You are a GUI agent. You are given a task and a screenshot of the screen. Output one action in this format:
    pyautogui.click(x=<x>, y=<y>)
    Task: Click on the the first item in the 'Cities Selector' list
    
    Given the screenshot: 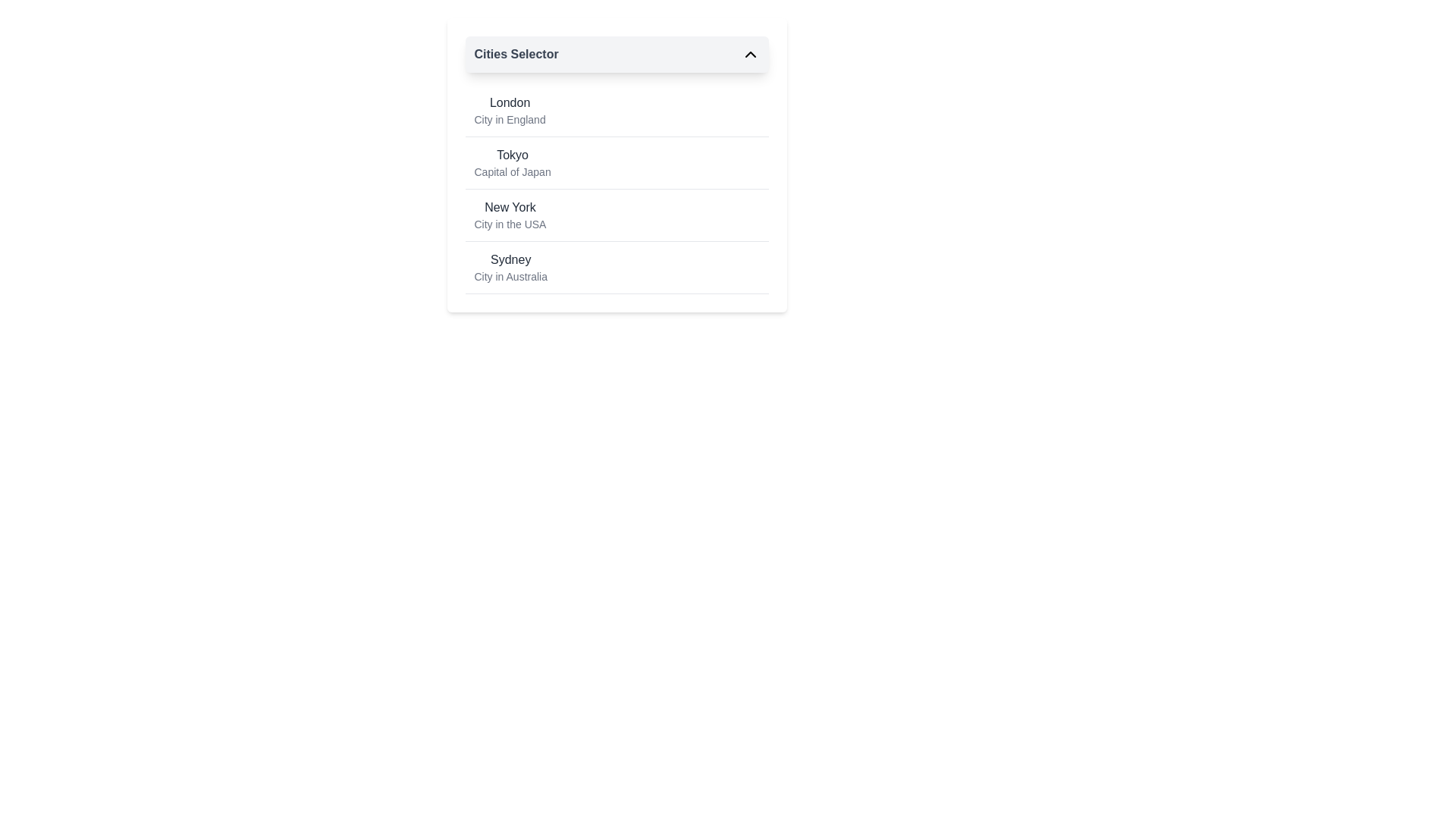 What is the action you would take?
    pyautogui.click(x=617, y=110)
    